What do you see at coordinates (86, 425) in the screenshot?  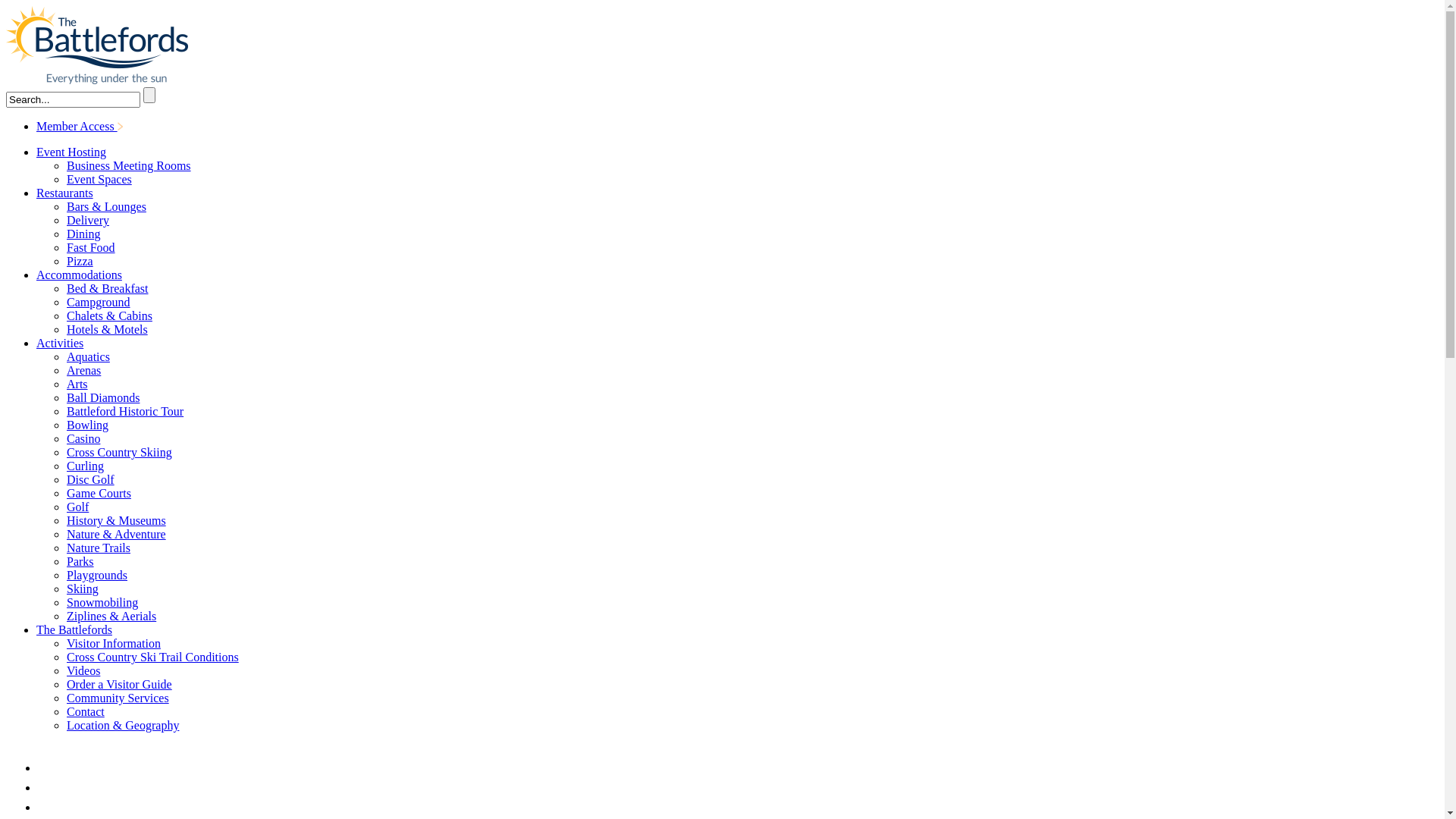 I see `'Bowling'` at bounding box center [86, 425].